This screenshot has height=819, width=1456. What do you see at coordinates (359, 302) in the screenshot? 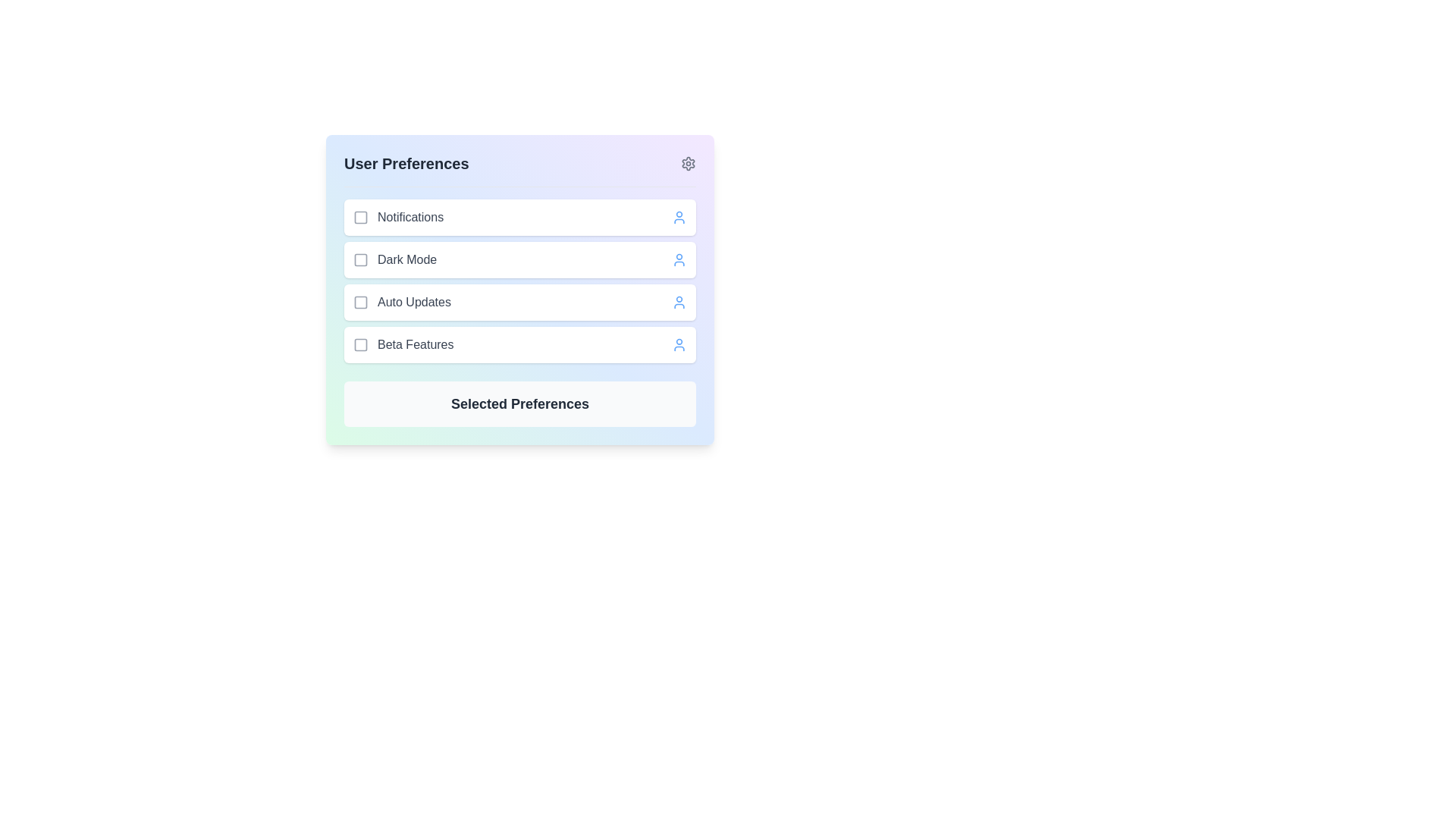
I see `the checkbox adjacent` at bounding box center [359, 302].